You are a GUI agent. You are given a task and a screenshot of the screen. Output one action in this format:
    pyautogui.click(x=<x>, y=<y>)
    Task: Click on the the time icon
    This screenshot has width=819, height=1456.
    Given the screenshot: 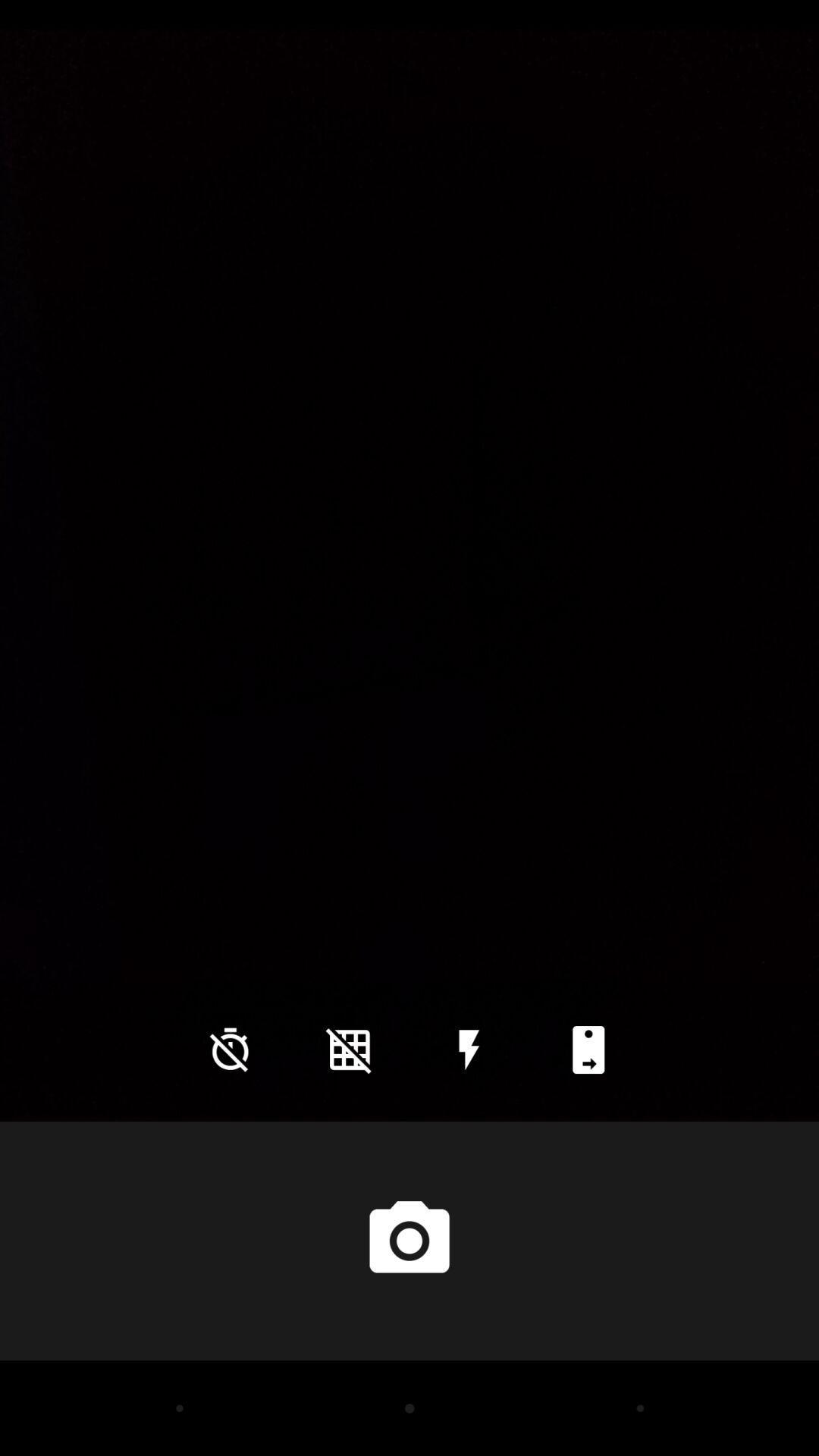 What is the action you would take?
    pyautogui.click(x=230, y=1049)
    